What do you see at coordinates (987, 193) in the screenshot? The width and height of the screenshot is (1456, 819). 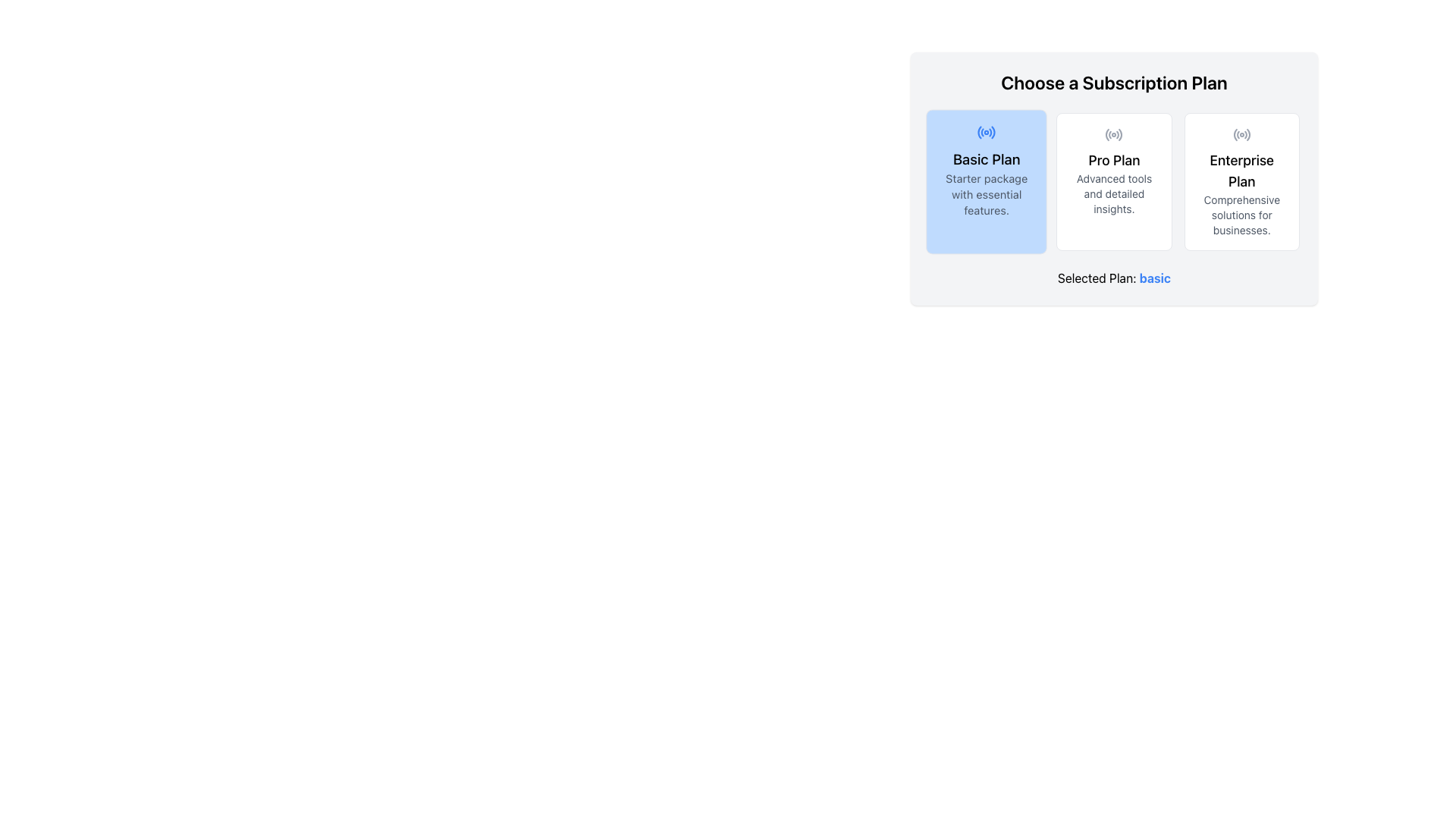 I see `descriptive text label providing additional information about the 'Basic Plan' subscription, located below the title text 'Basic Plan' in the first card of the subscription selection interface` at bounding box center [987, 193].